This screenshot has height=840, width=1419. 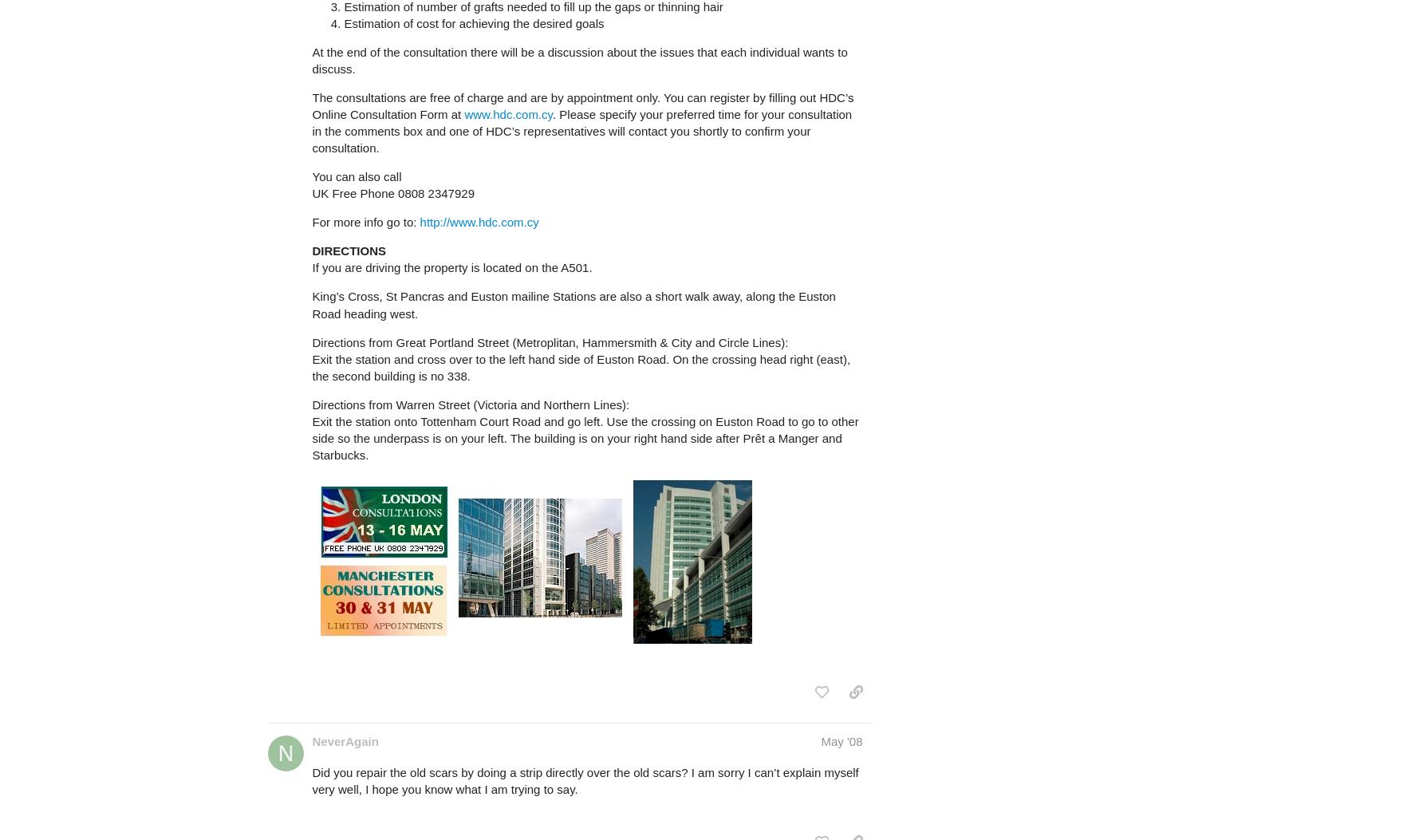 I want to click on 'May '08', so click(x=840, y=739).